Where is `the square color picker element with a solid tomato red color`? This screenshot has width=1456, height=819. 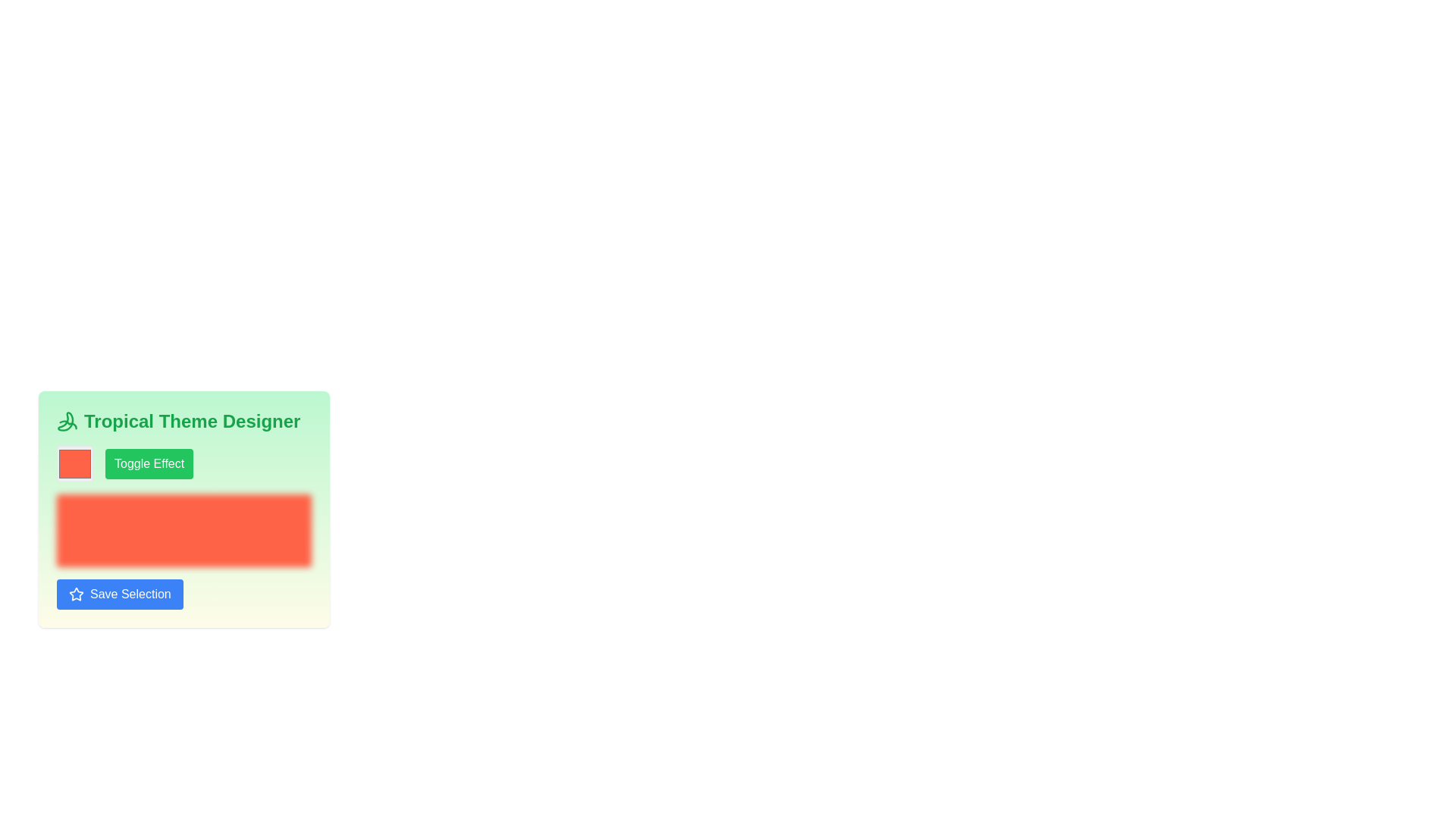 the square color picker element with a solid tomato red color is located at coordinates (74, 463).